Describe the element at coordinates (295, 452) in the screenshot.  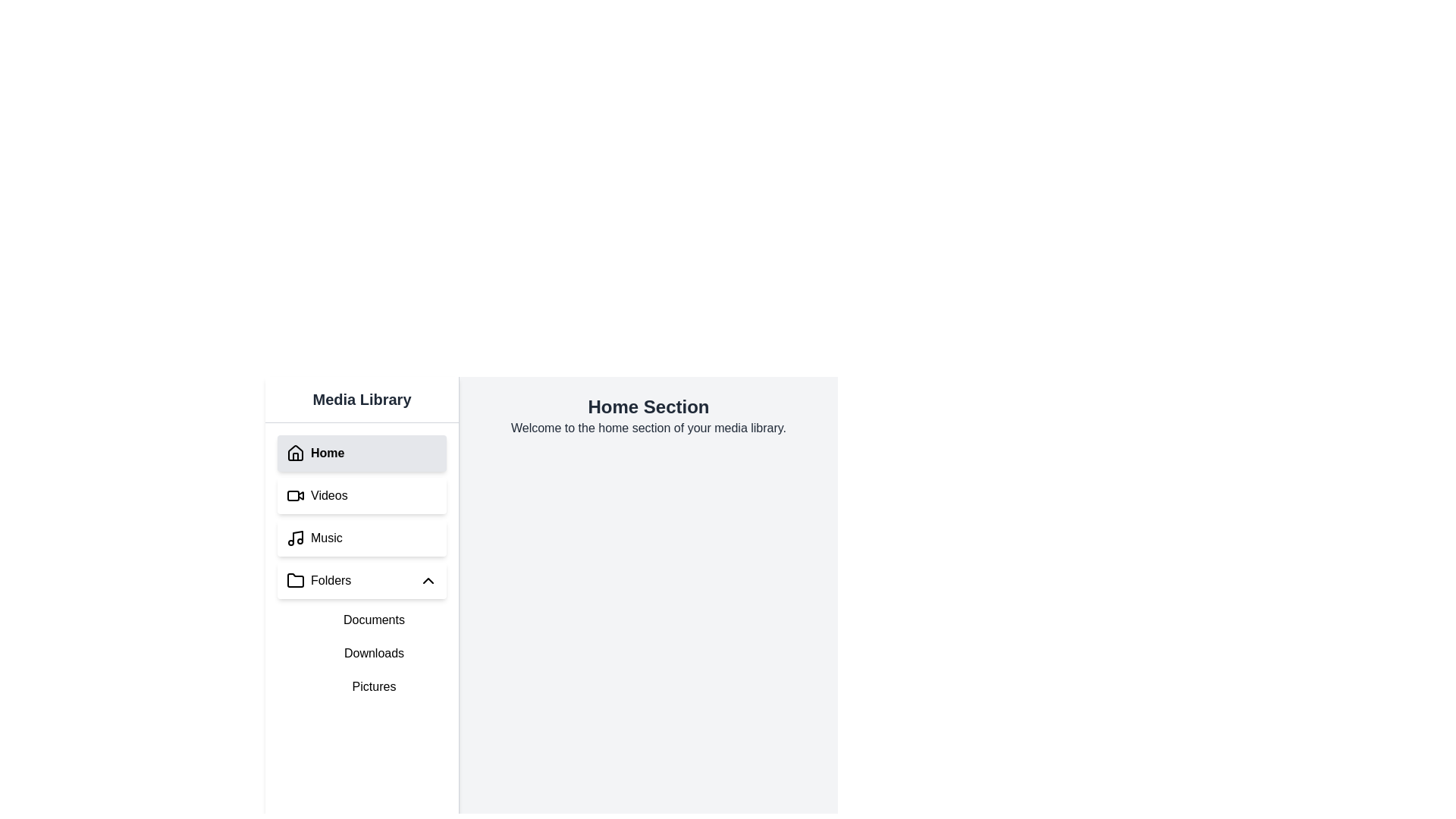
I see `the 'Home' icon in the left sidebar menu of the 'Media Library'` at that location.